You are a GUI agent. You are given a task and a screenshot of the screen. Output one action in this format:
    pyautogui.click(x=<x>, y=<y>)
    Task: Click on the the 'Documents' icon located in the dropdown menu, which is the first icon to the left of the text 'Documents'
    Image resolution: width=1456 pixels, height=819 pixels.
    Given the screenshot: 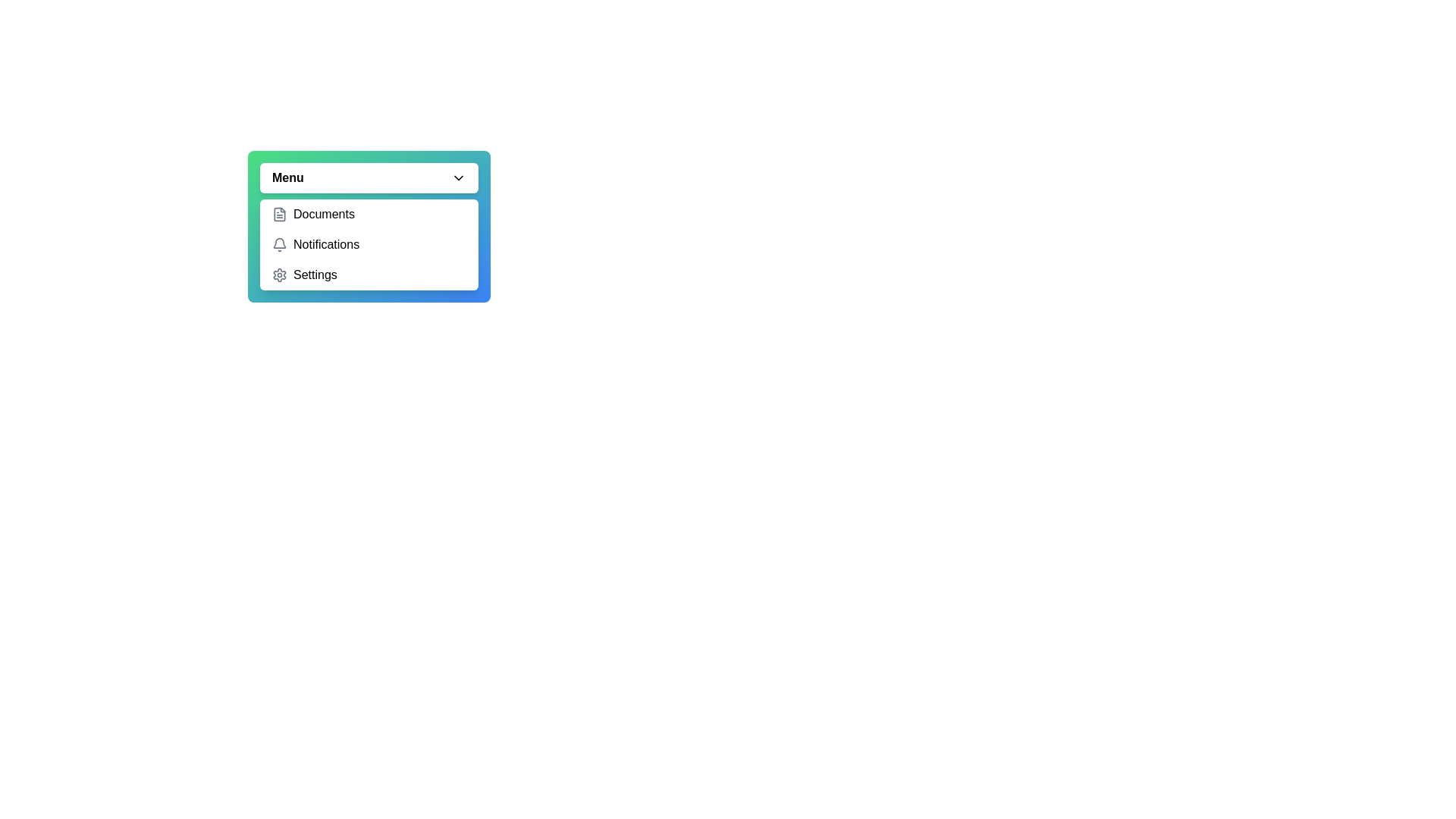 What is the action you would take?
    pyautogui.click(x=280, y=214)
    